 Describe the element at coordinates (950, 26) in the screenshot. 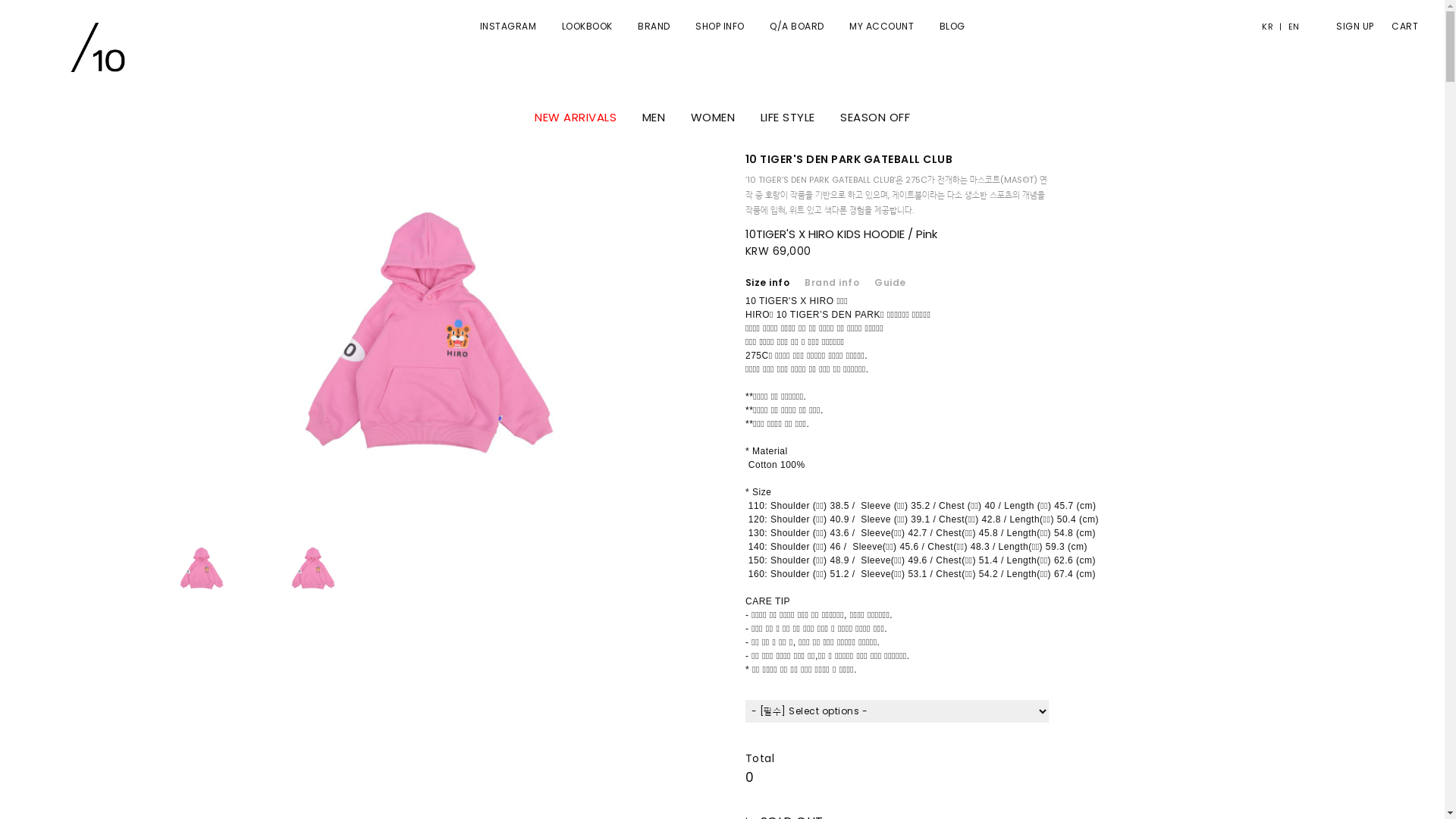

I see `'BLOG'` at that location.